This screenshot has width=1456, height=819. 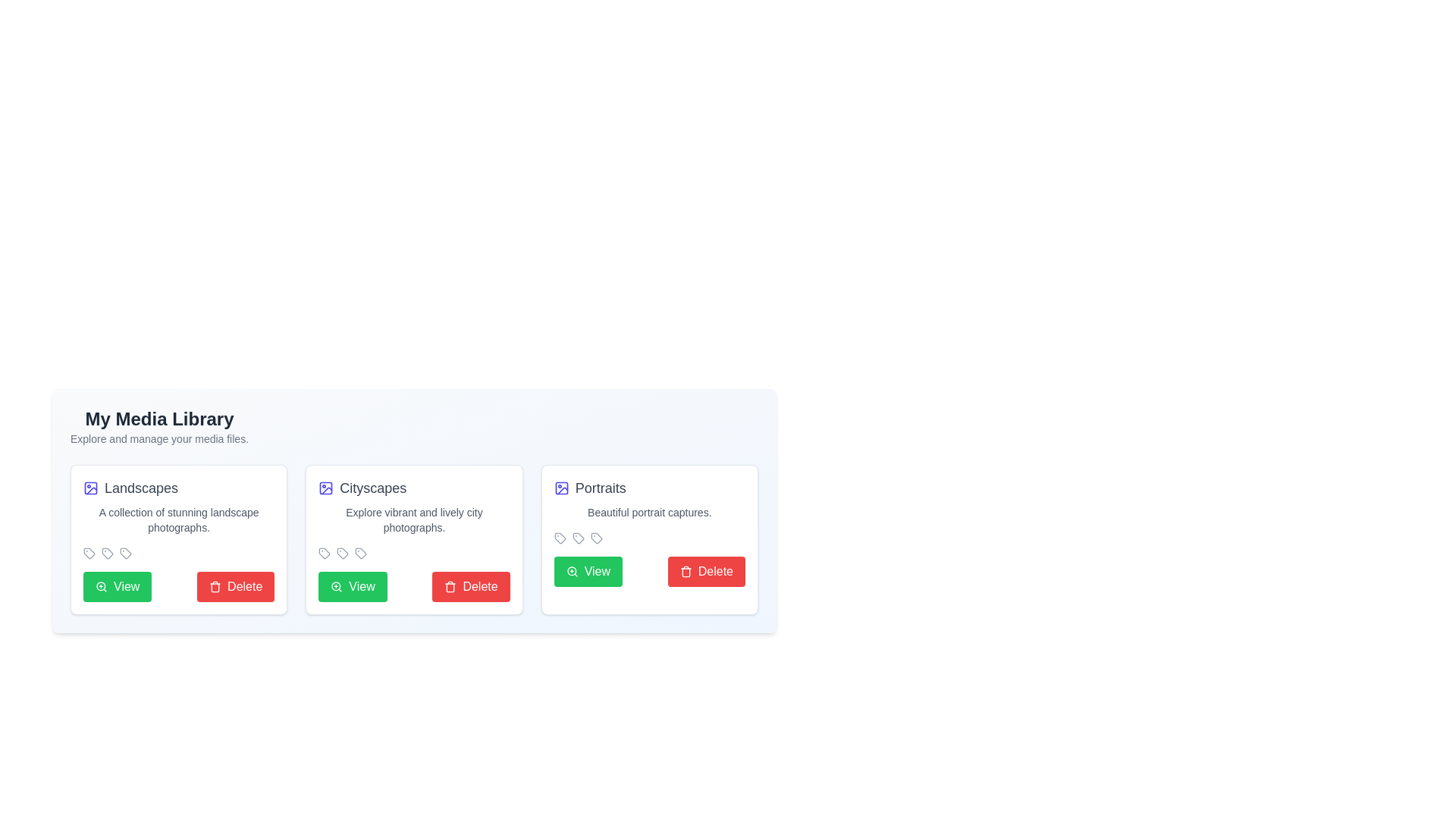 I want to click on the 'Delete' button on the Portraits card component, which is the third card in a grid layout and located in the rightmost column, so click(x=649, y=539).